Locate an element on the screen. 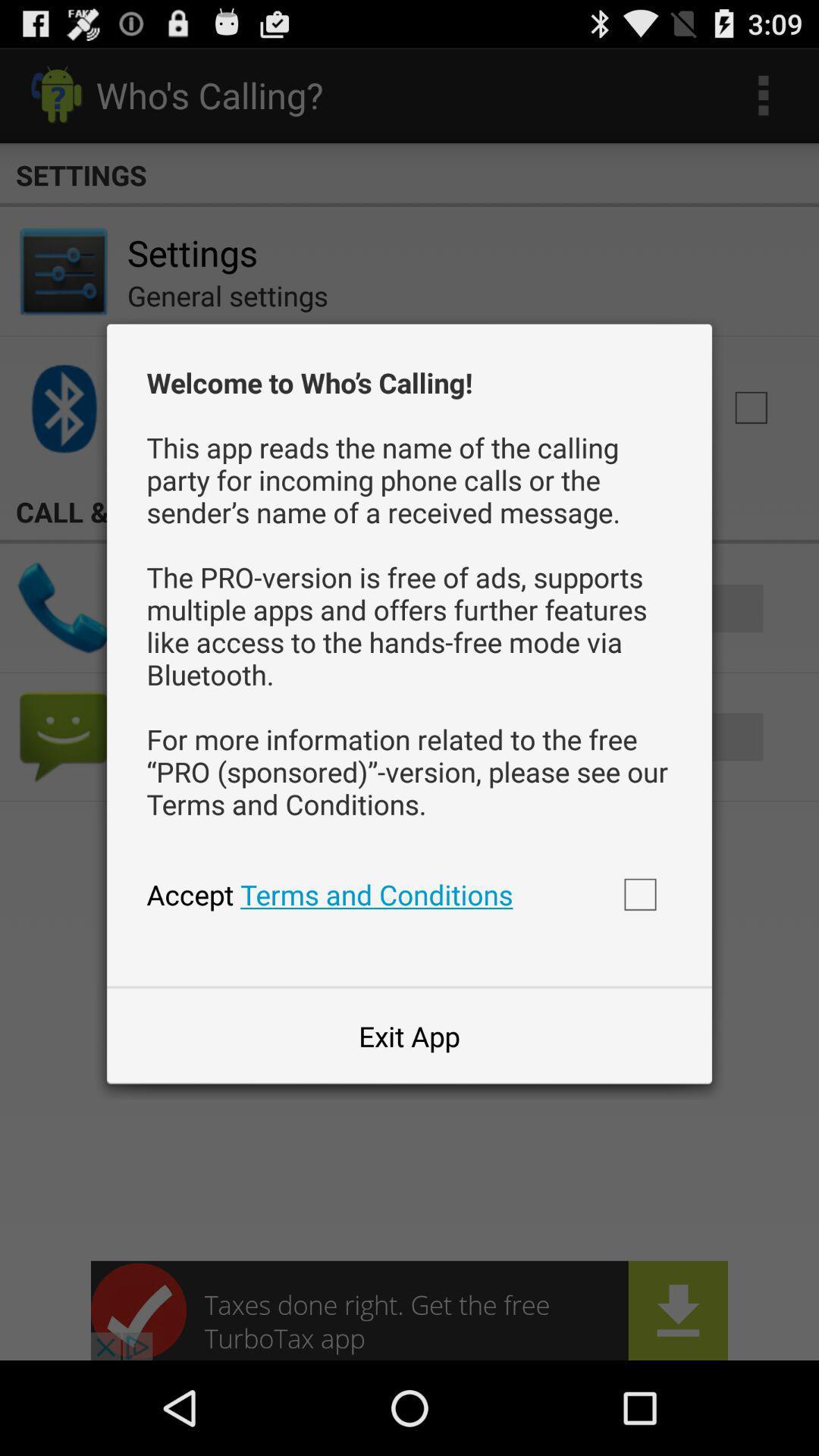  accept terms and conditions is located at coordinates (640, 894).